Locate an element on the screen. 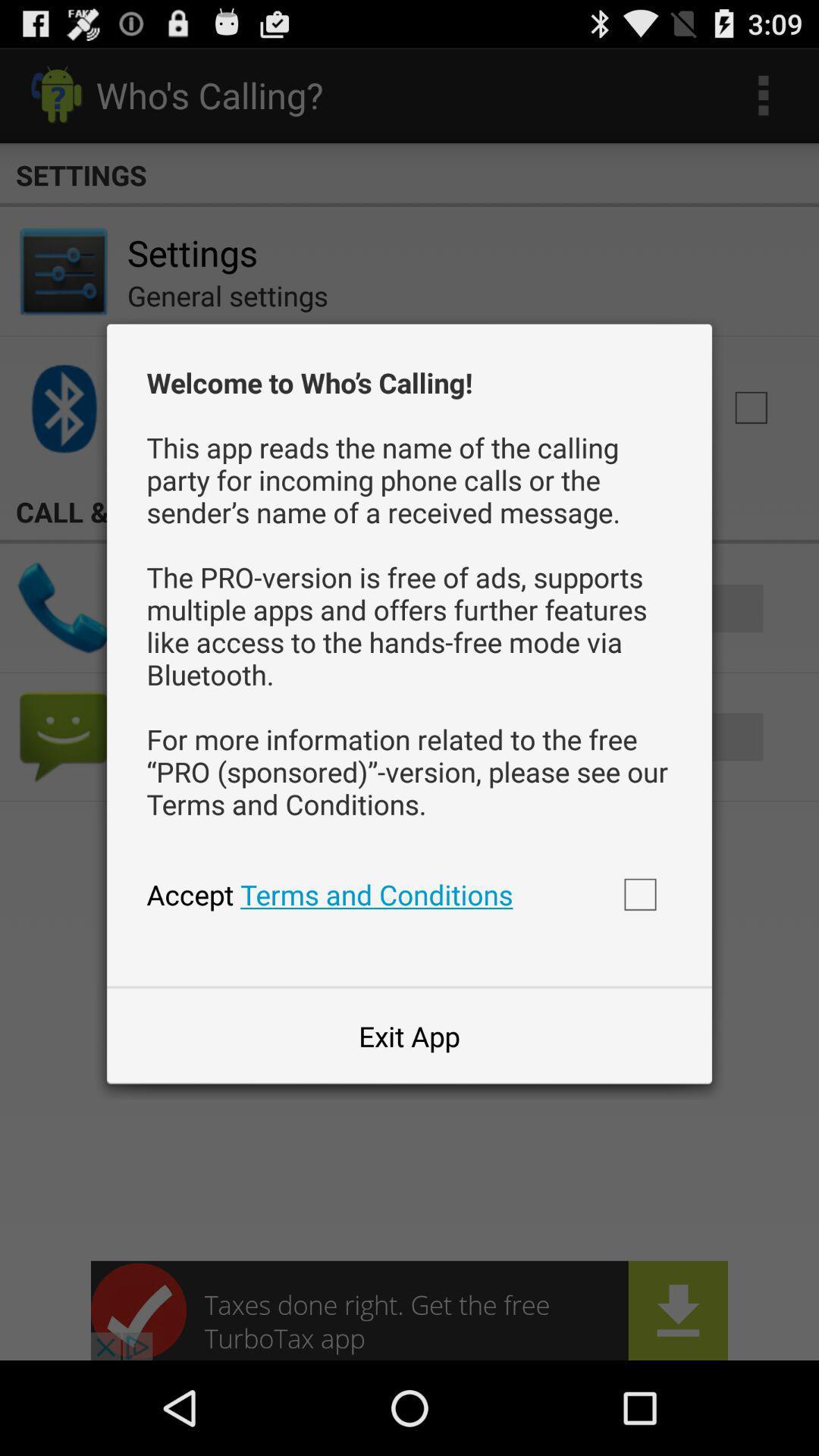  accept terms and conditions is located at coordinates (640, 894).